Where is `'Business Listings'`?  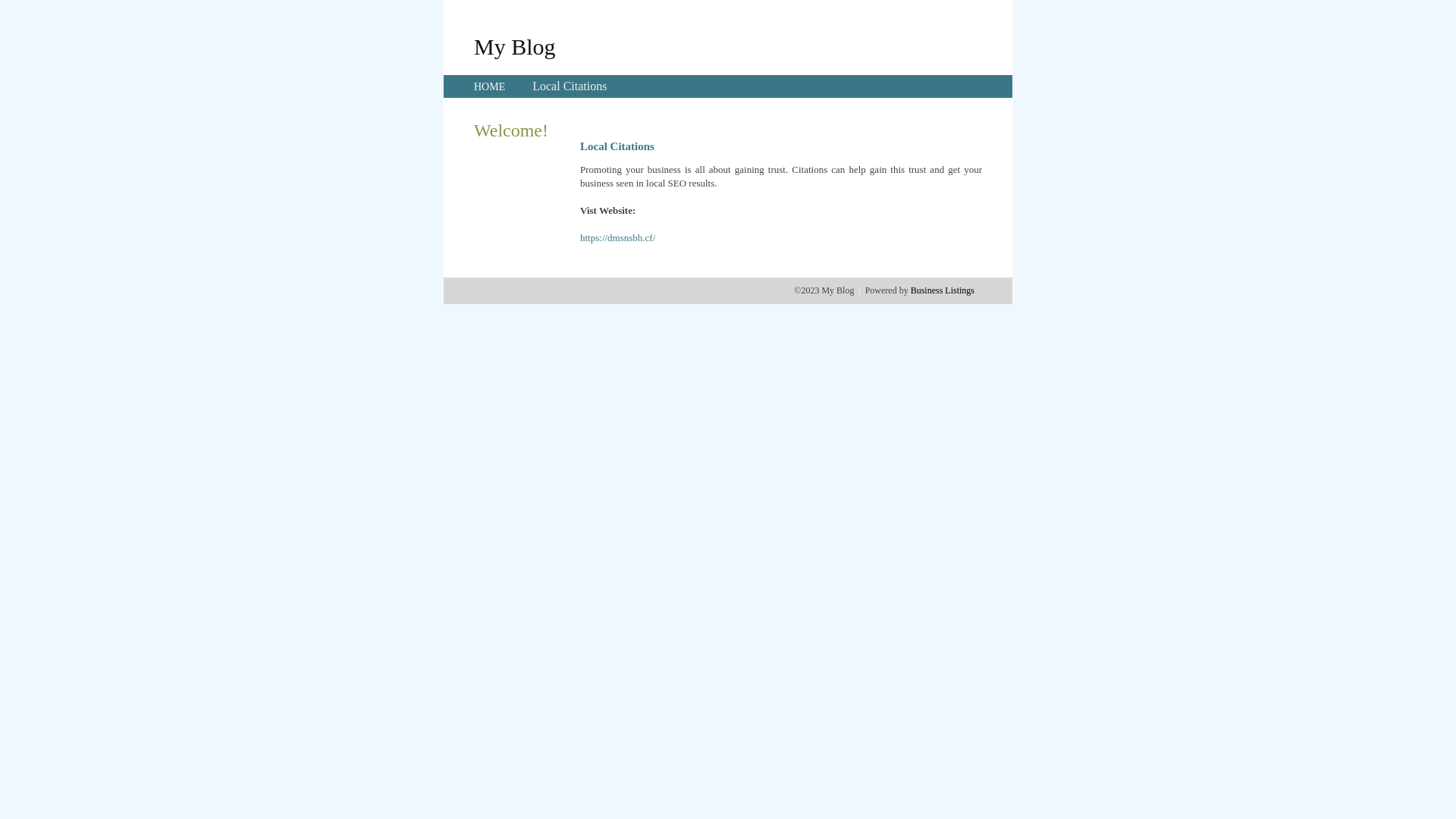
'Business Listings' is located at coordinates (942, 290).